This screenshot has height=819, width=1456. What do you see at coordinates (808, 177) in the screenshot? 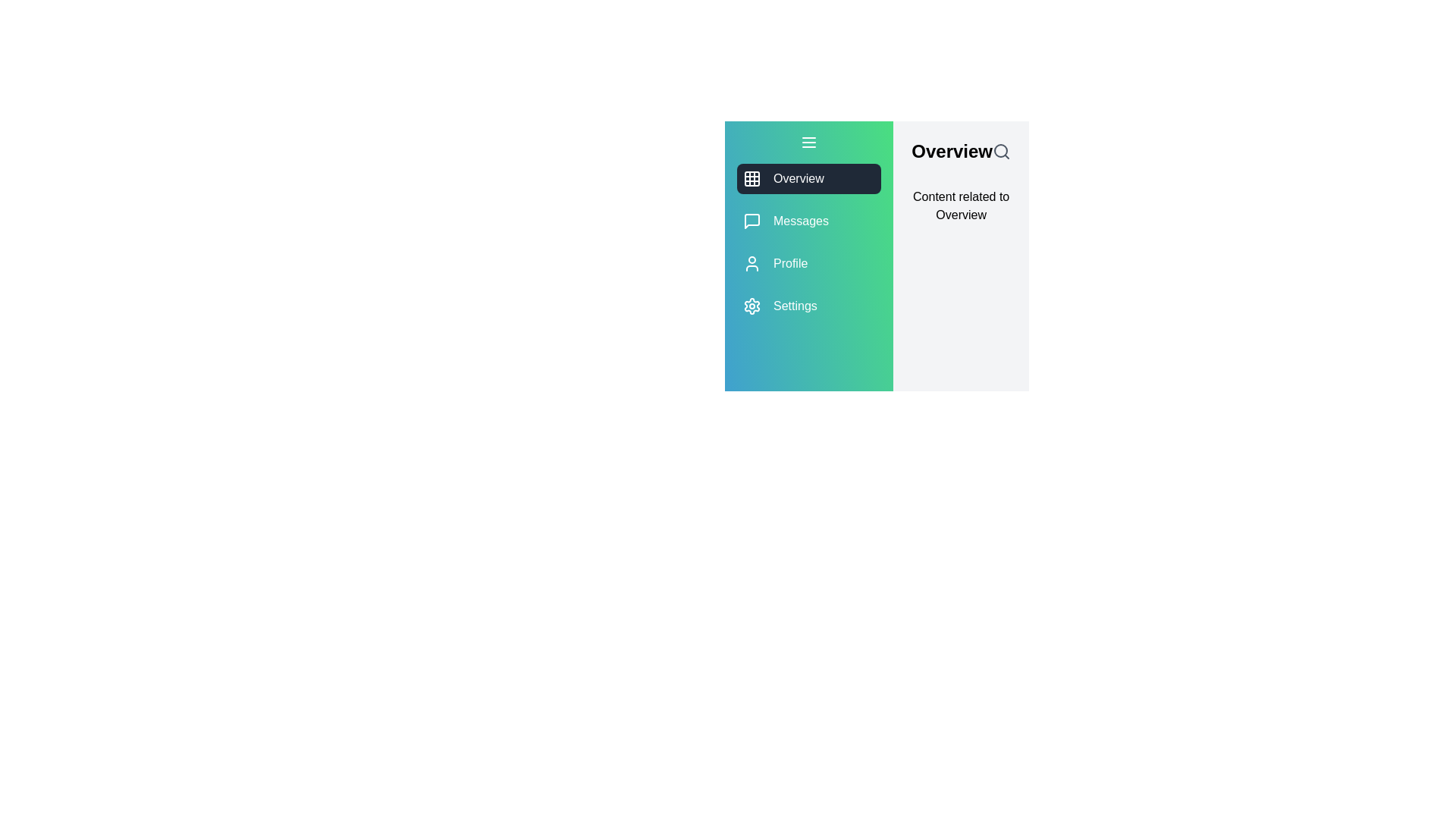
I see `the menu item Overview to view its hover effect` at bounding box center [808, 177].